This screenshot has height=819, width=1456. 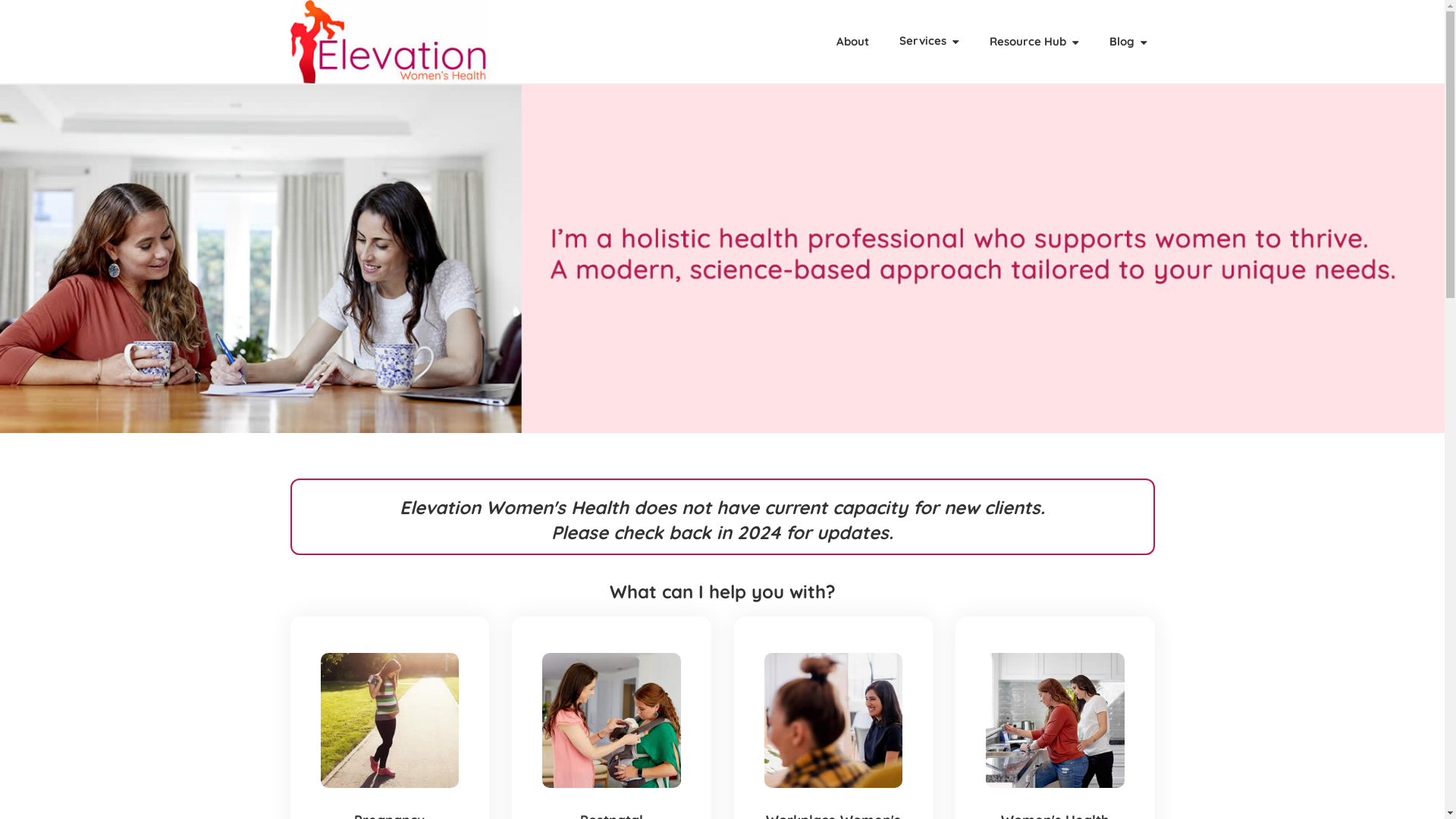 What do you see at coordinates (852, 40) in the screenshot?
I see `'About'` at bounding box center [852, 40].